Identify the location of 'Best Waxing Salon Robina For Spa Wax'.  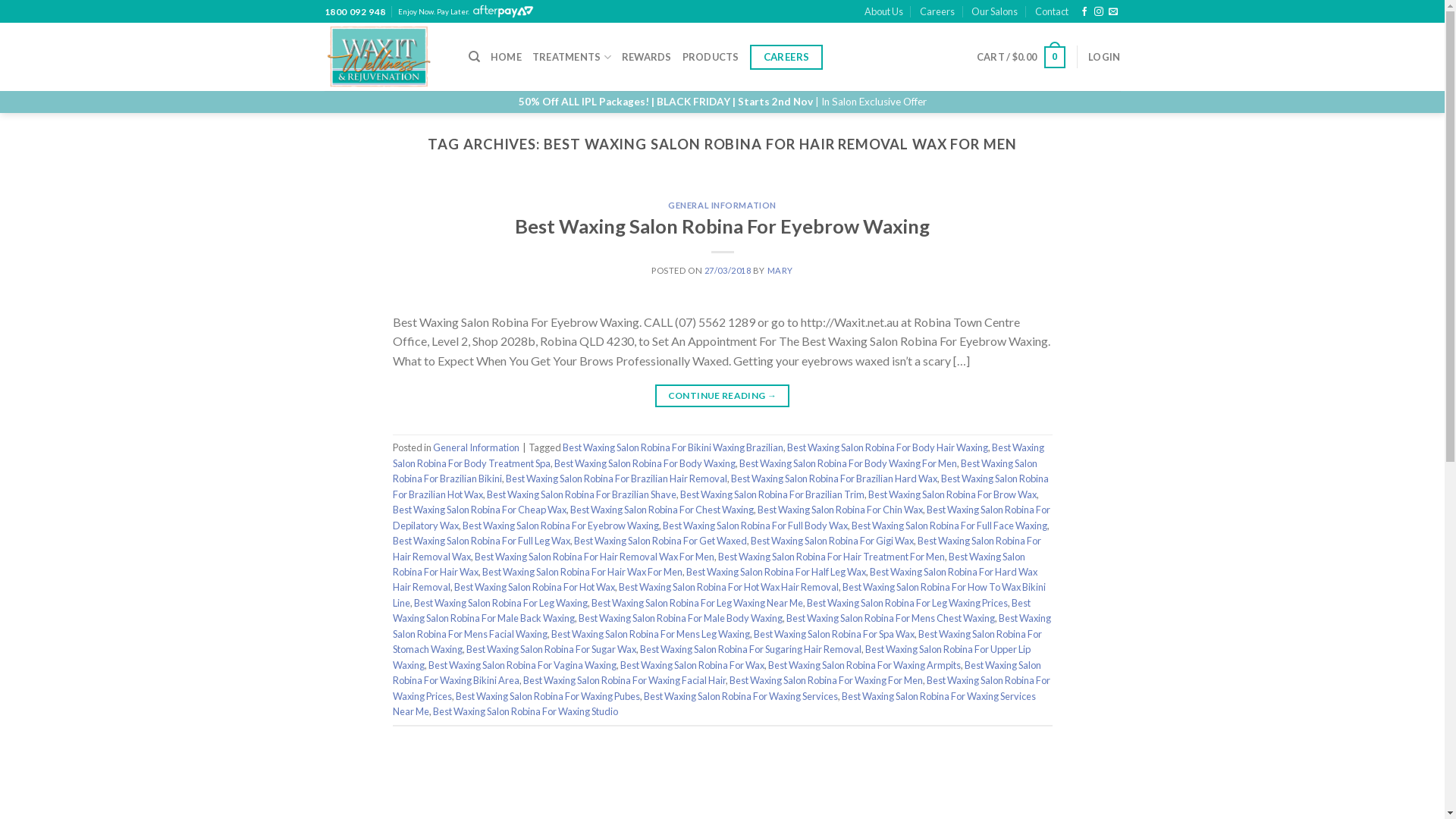
(833, 634).